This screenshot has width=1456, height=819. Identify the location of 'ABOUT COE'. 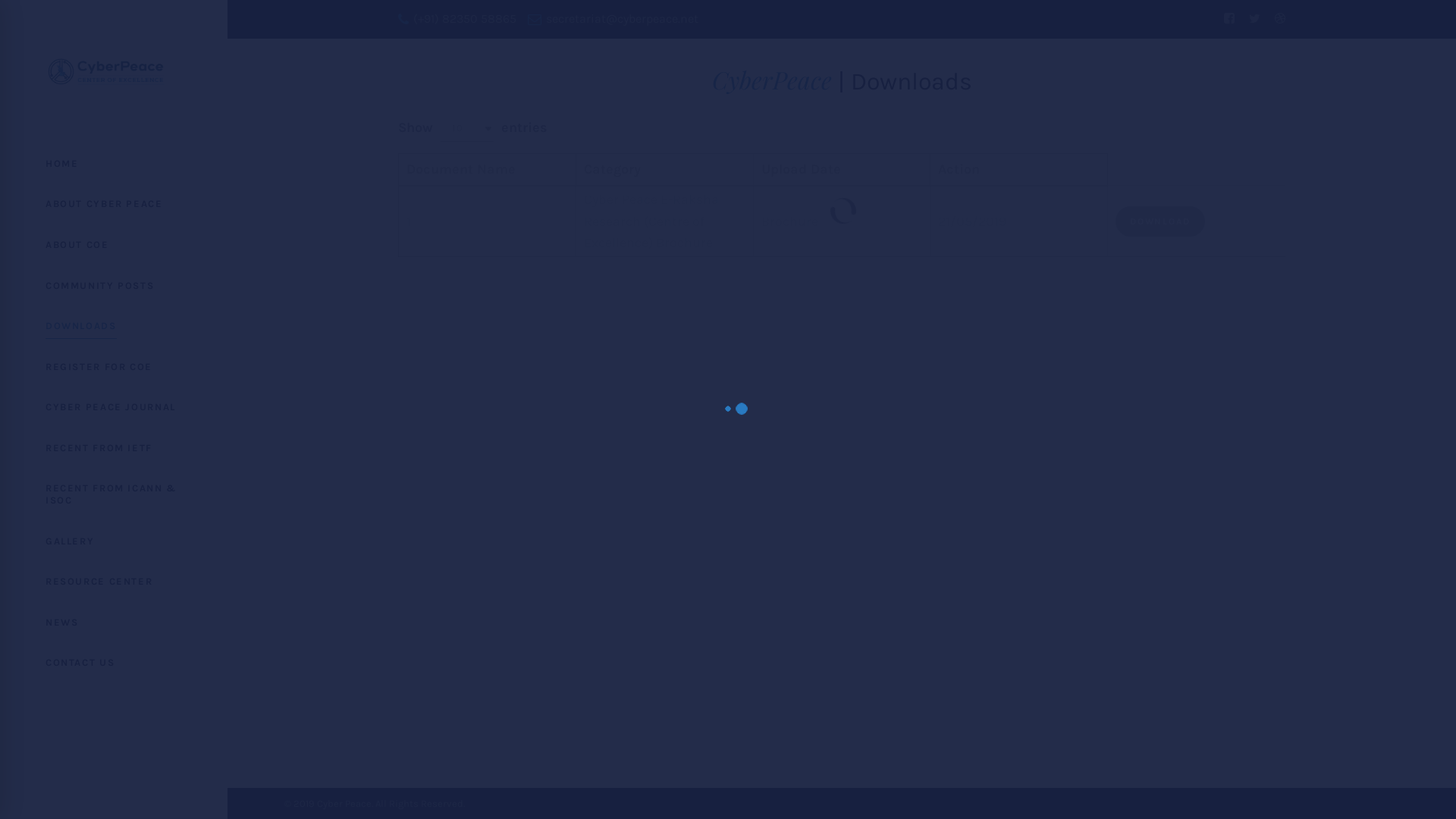
(0, 244).